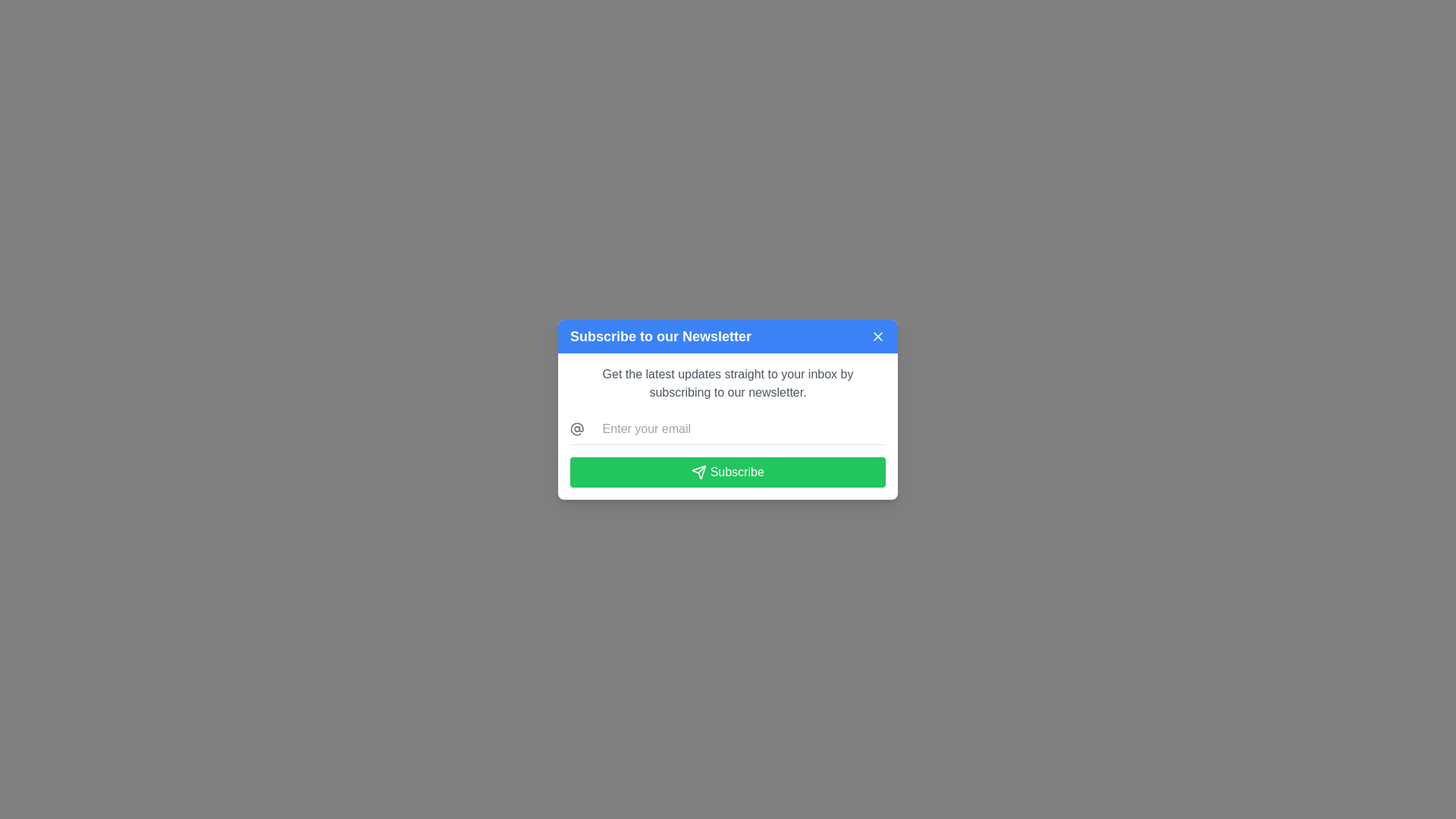  I want to click on the '@' icon, which indicates that the associated input field is for entering an email address, positioned to the left of the 'Enter your email' input field in the middle section of the popup modal, so click(576, 428).